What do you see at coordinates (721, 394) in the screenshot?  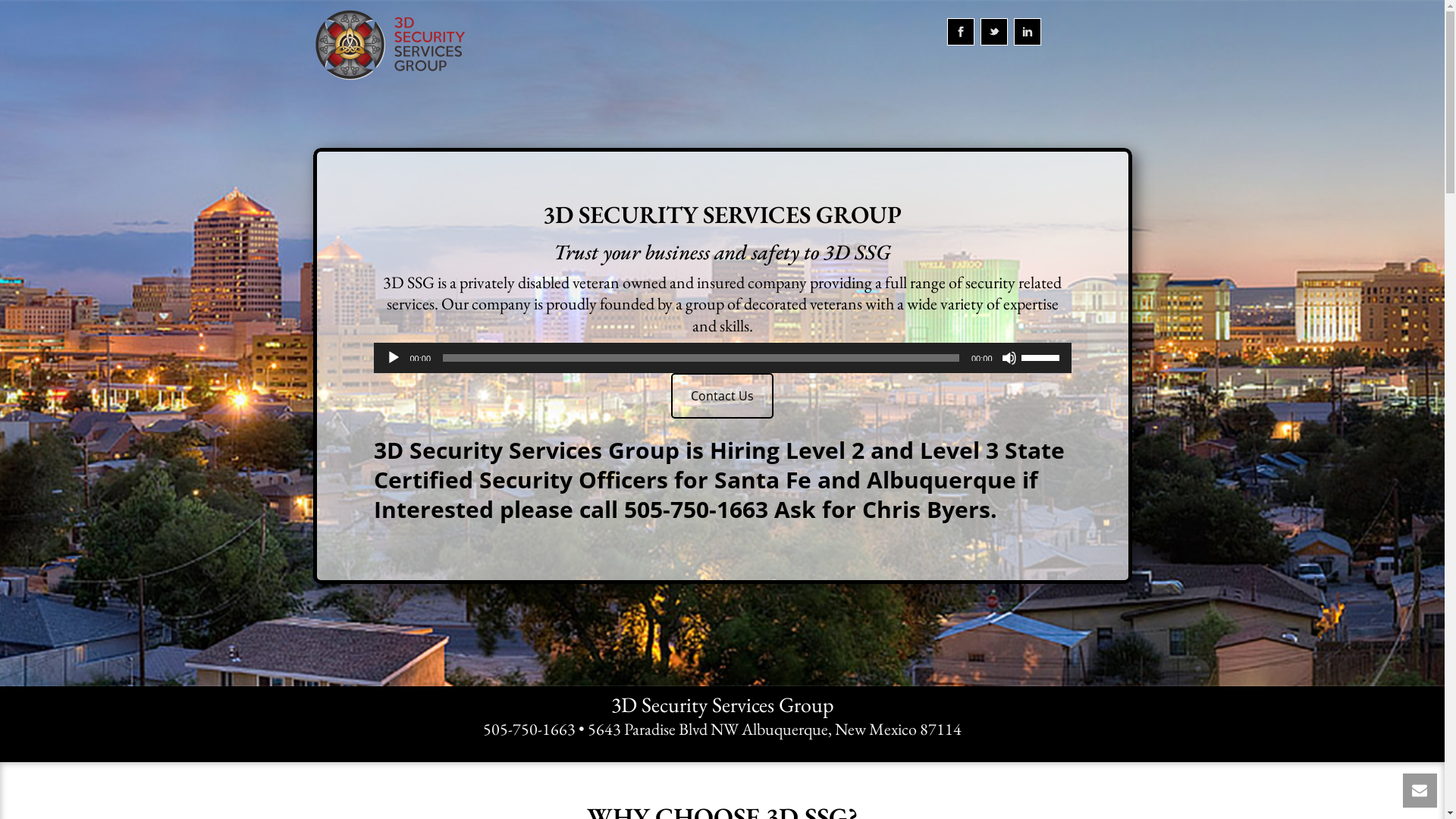 I see `'Contact Us'` at bounding box center [721, 394].